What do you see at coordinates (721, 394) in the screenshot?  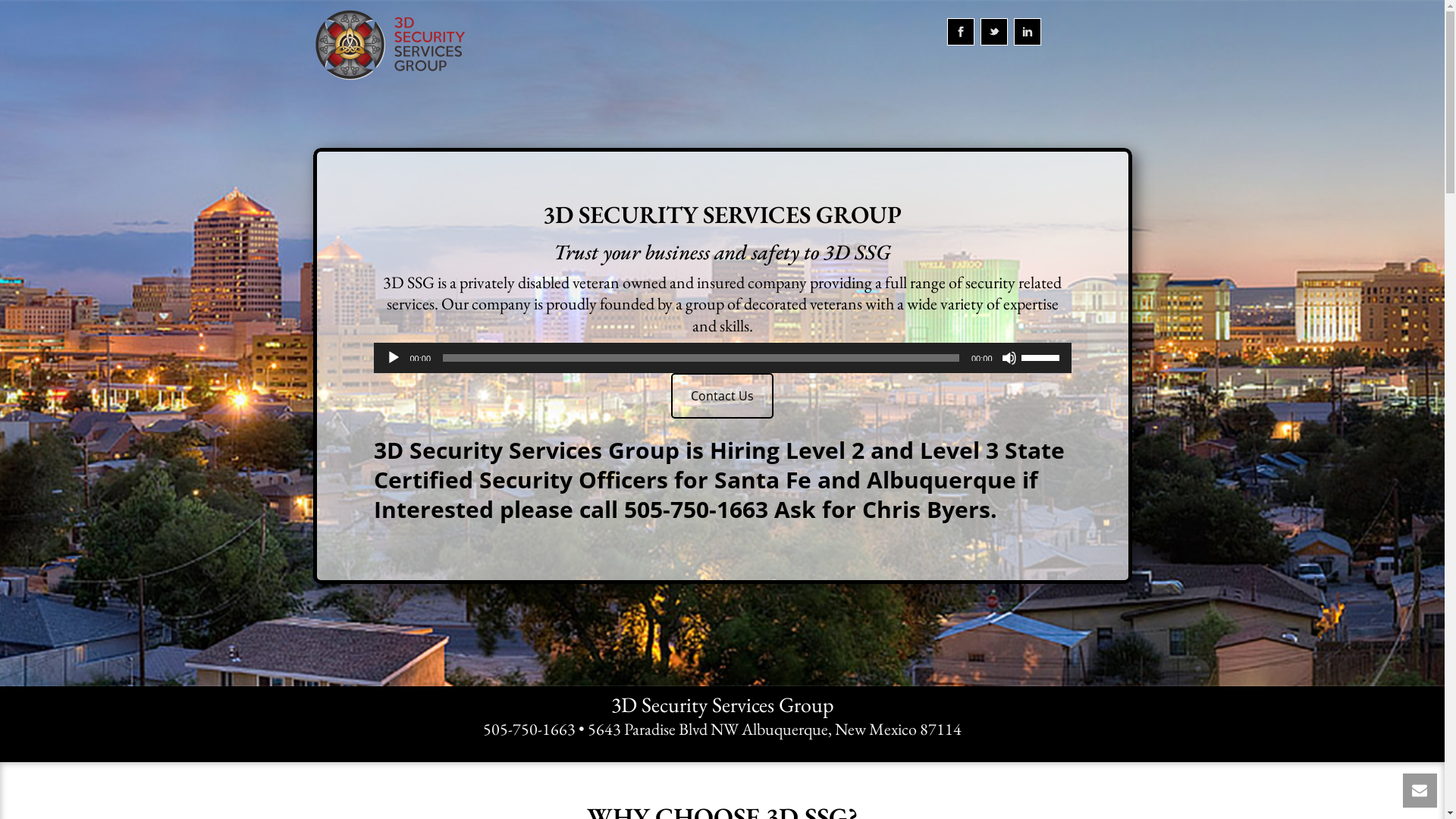 I see `'Contact Us'` at bounding box center [721, 394].